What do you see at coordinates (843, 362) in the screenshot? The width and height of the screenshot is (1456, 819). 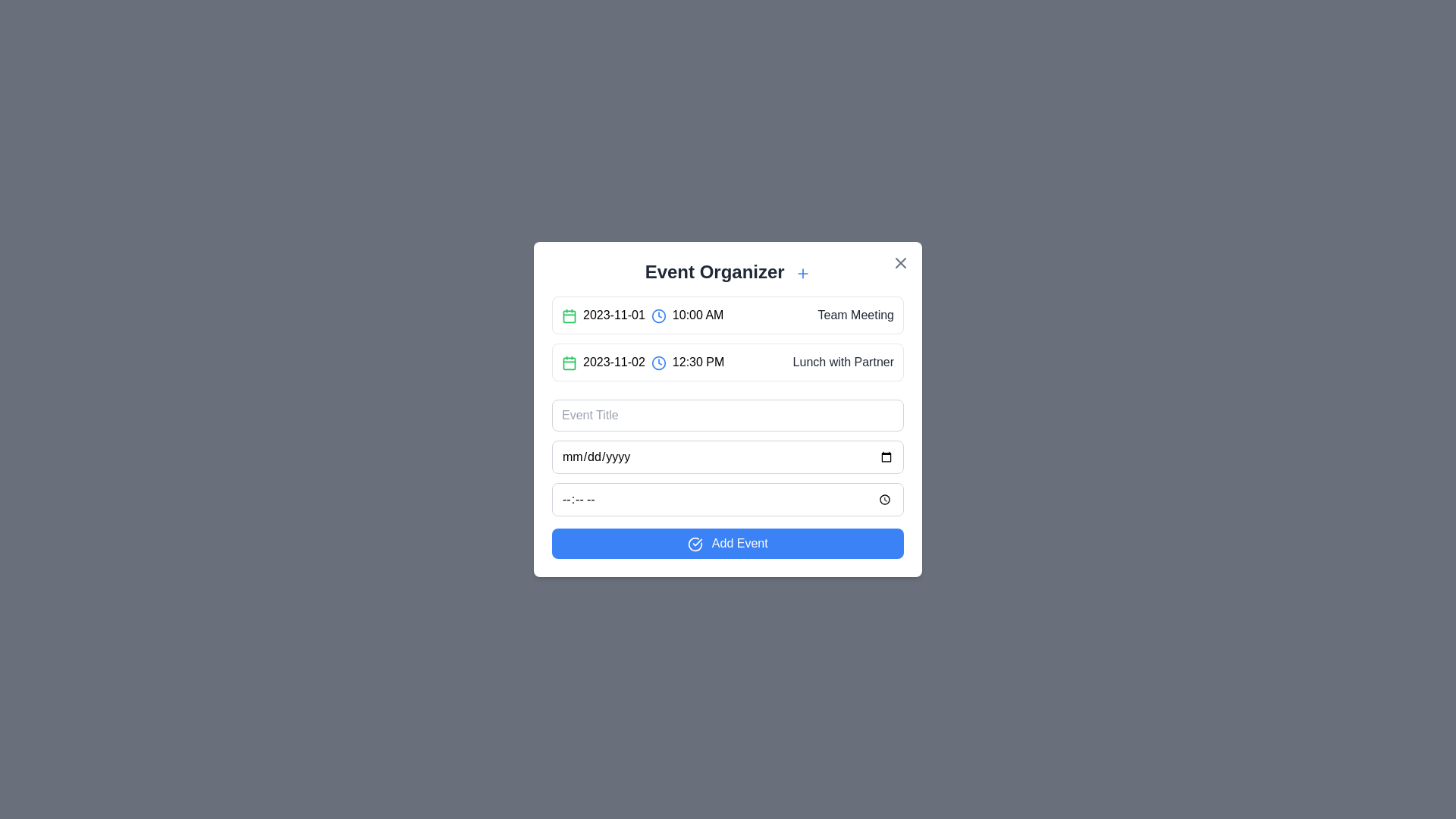 I see `the static text label displaying 'Lunch with Partner' in the Event Organizer dialog box, which is styled with a gray font color and medium weight, located in the second row of events` at bounding box center [843, 362].